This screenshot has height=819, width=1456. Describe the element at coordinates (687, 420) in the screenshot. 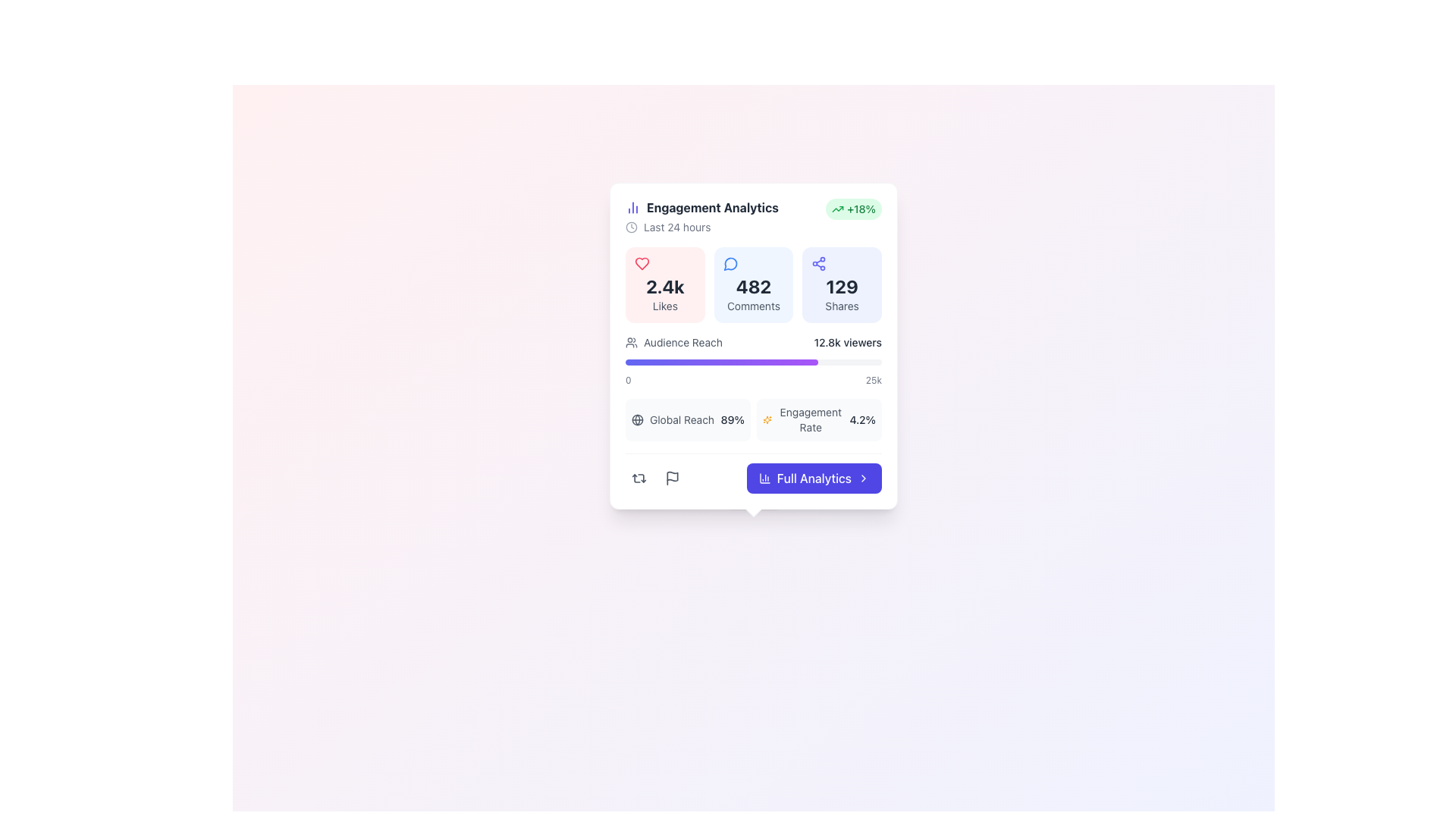

I see `the Informational display element labeled 'Global Reach' with a globe icon and a value of '89%' for more details` at that location.